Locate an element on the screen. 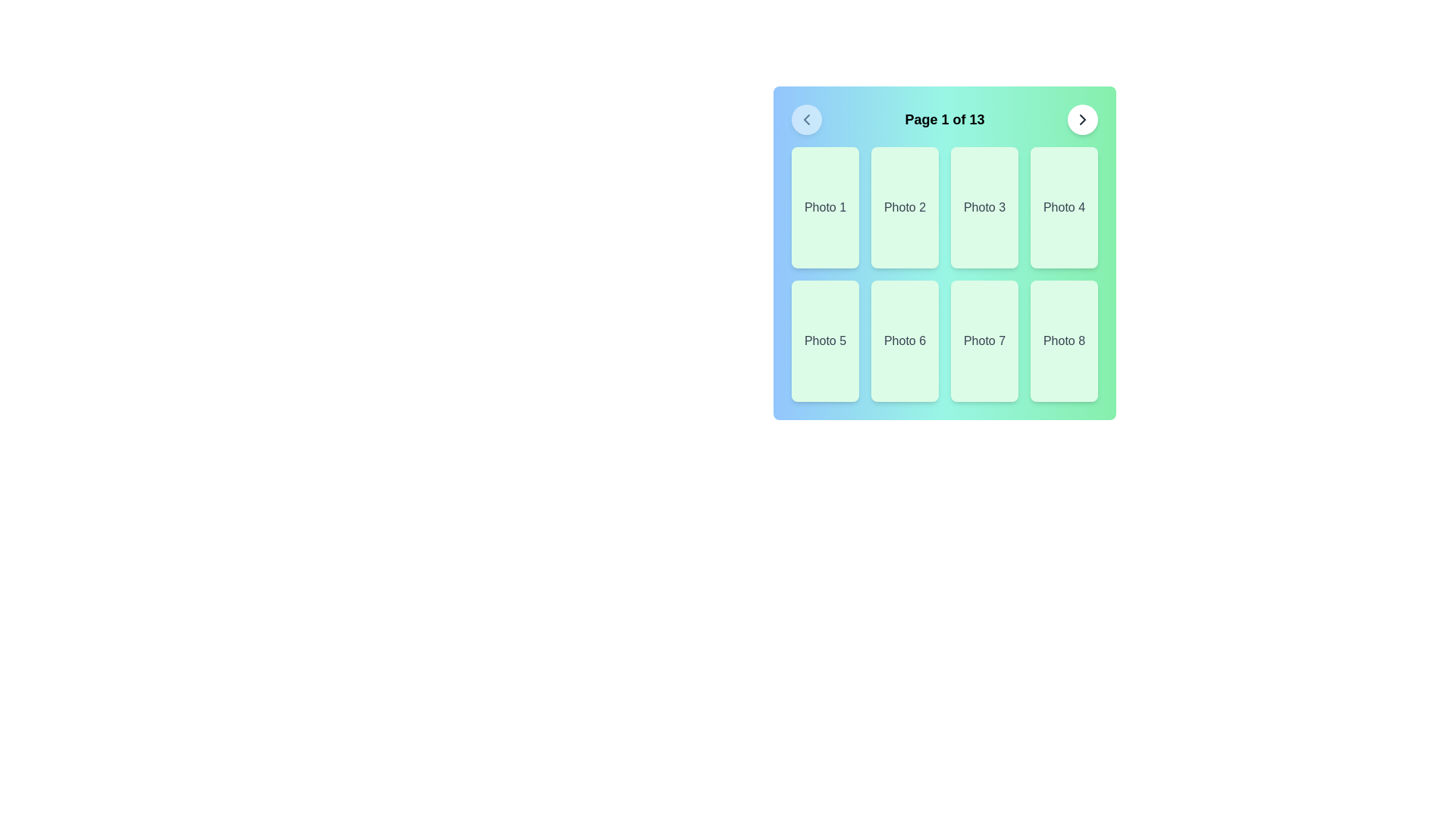  the card representing 'Photo 8' in the second row and fourth column of the grid layout is located at coordinates (1063, 341).